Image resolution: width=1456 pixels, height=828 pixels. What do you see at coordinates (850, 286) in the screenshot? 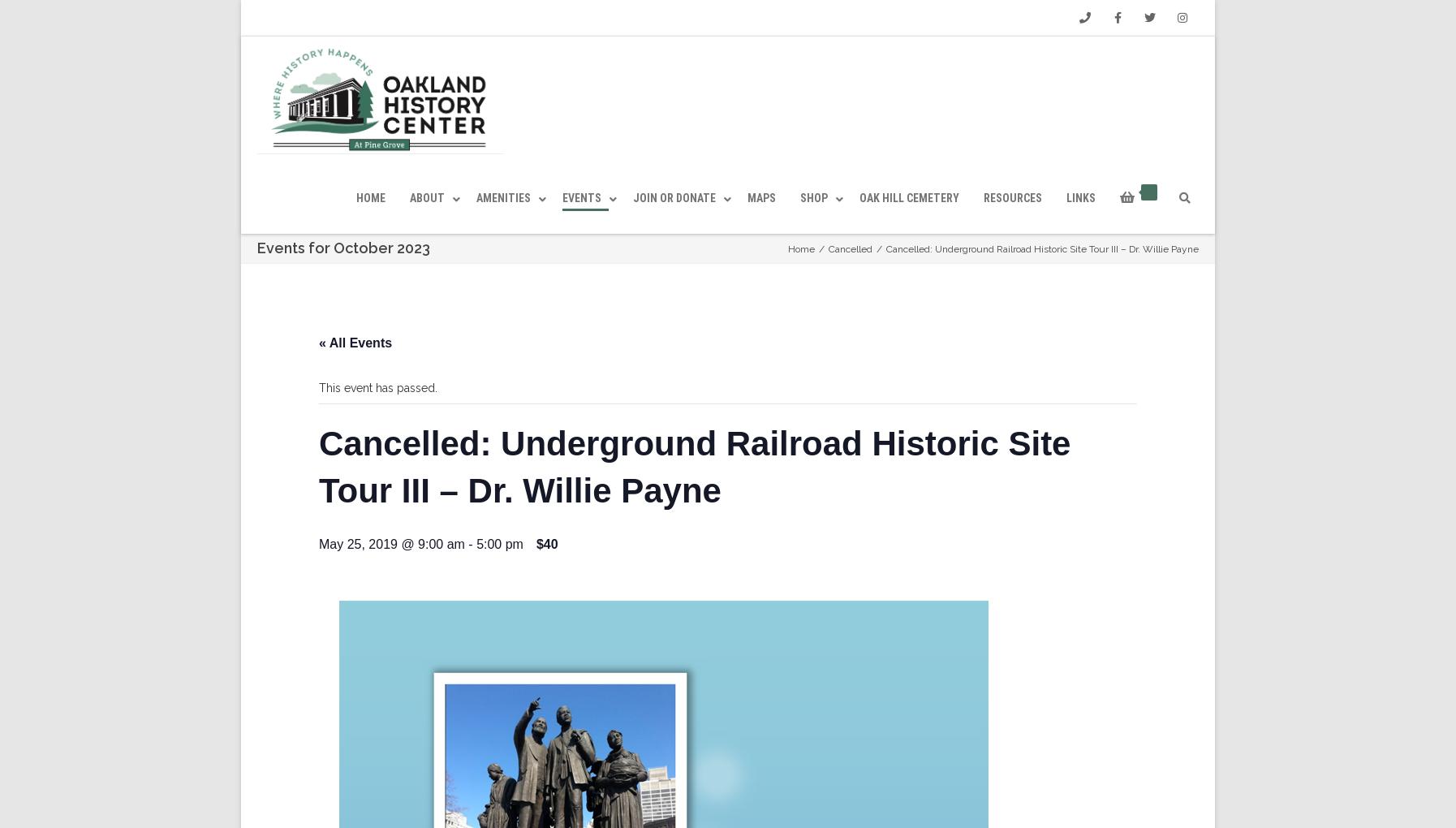
I see `'Cancelled'` at bounding box center [850, 286].